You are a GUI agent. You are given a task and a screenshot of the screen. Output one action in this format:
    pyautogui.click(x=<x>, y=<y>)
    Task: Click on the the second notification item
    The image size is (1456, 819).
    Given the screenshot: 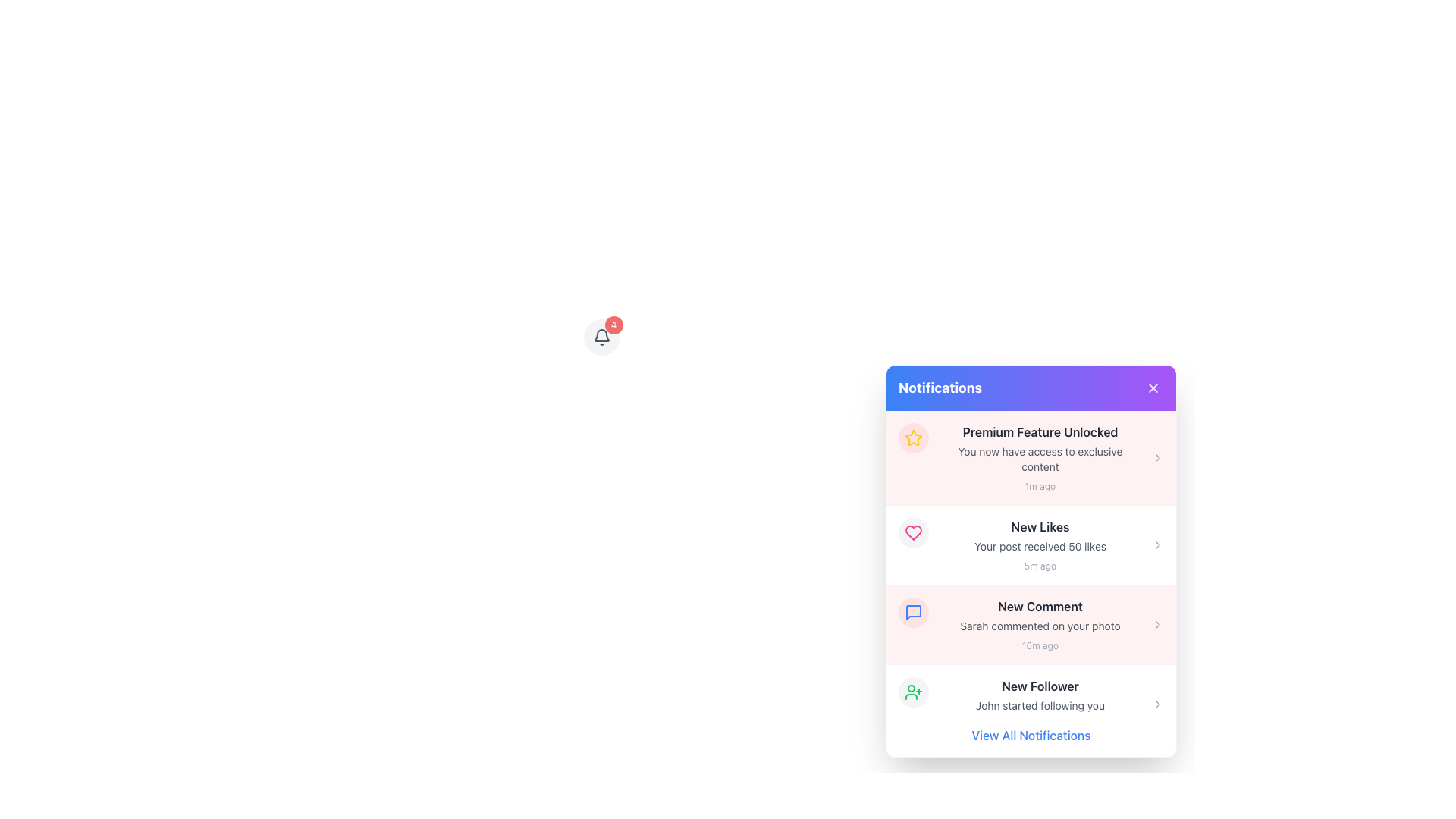 What is the action you would take?
    pyautogui.click(x=1031, y=544)
    